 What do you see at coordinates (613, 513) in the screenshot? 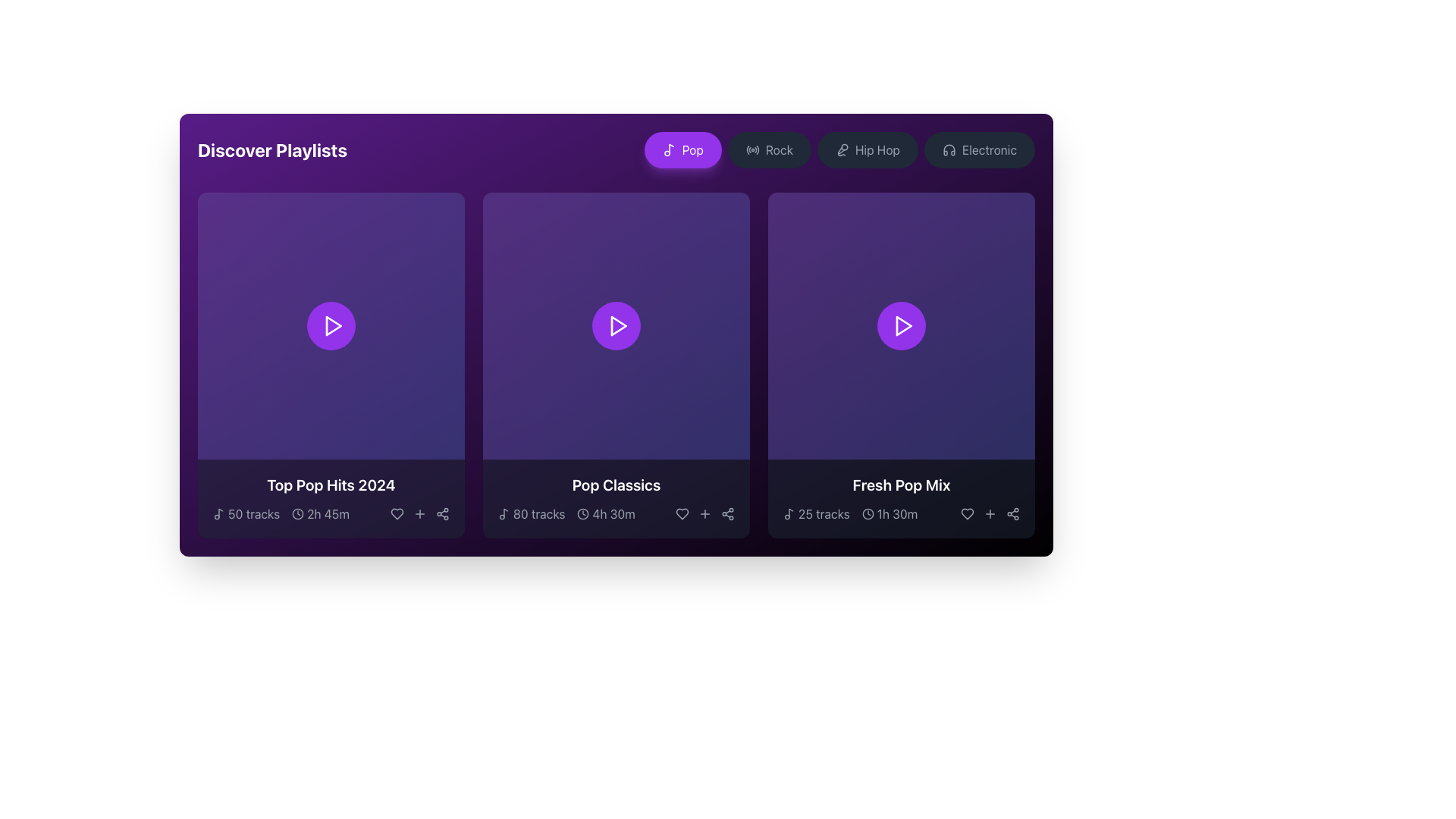
I see `the text label displaying the time duration '4h 30m' on the 'Pop Classics' playlist card, which is styled in a light color font against a dark purple background` at bounding box center [613, 513].